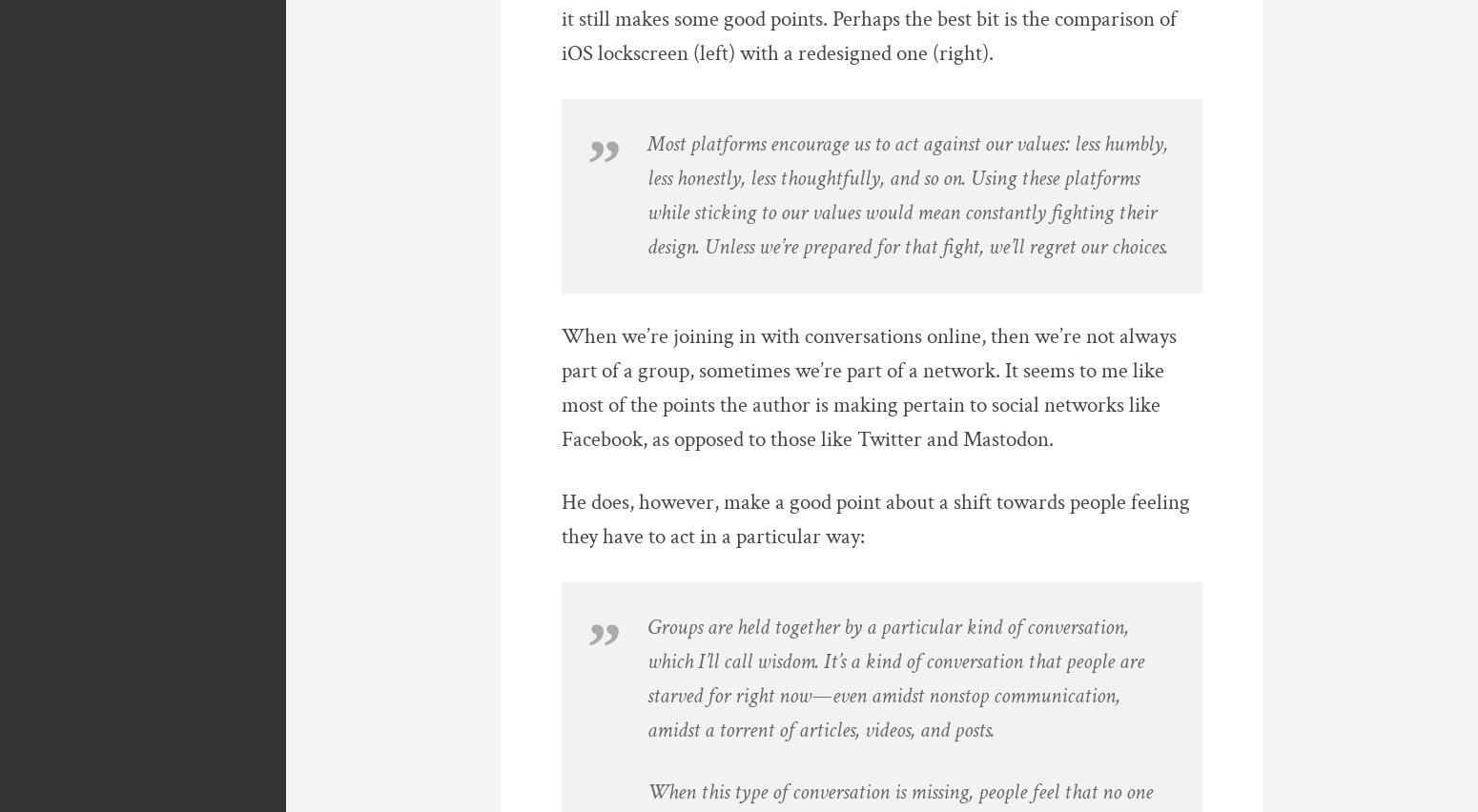  I want to click on 'When we’re joining in with conversations online, then we’re not always part of a group, sometimes we’re part of a network. It seems to me like most of the points the author is making pertain to social networks like Facebook, as opposed to those like Twitter and Mastodon.', so click(869, 388).